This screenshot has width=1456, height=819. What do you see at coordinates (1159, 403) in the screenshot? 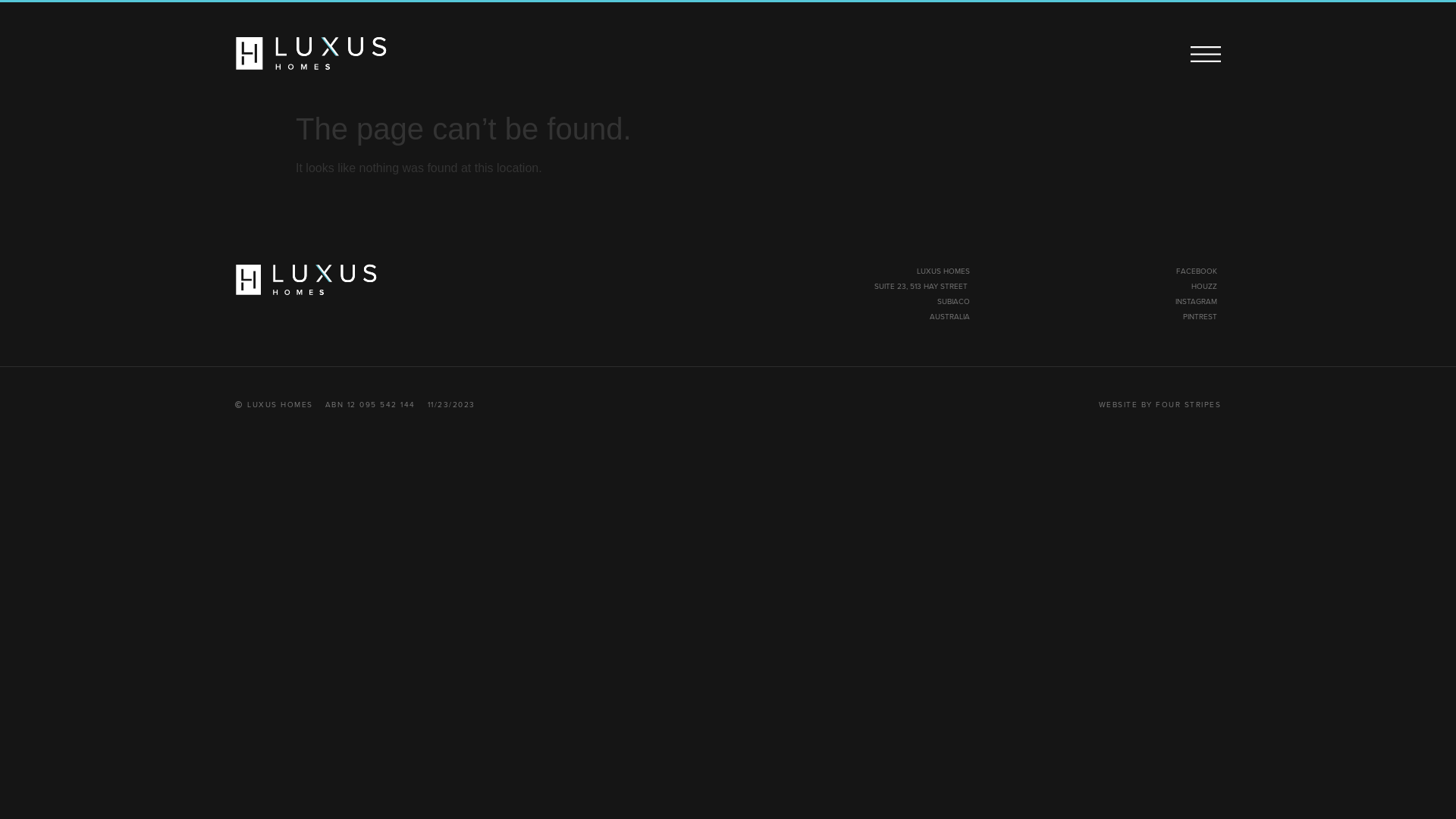
I see `'WEBSITE BY FOUR STRIPES'` at bounding box center [1159, 403].